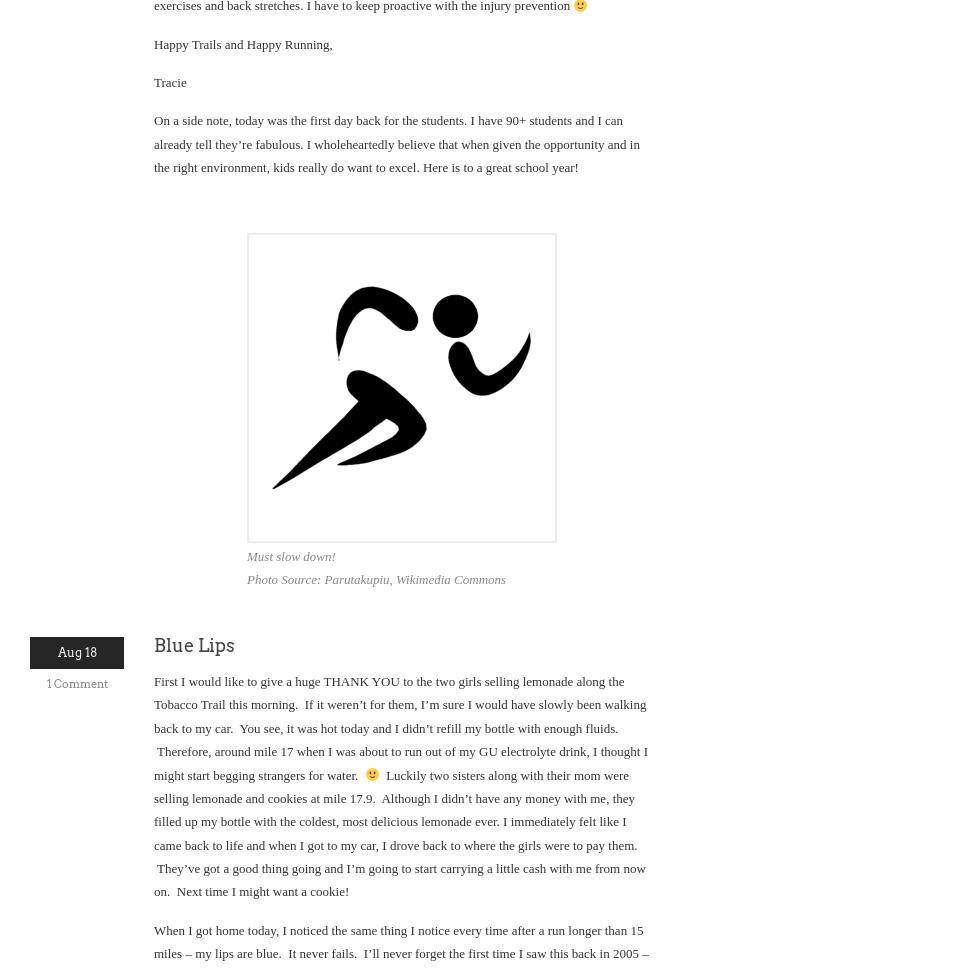  What do you see at coordinates (241, 43) in the screenshot?
I see `'Happy Trails and Happy Running,'` at bounding box center [241, 43].